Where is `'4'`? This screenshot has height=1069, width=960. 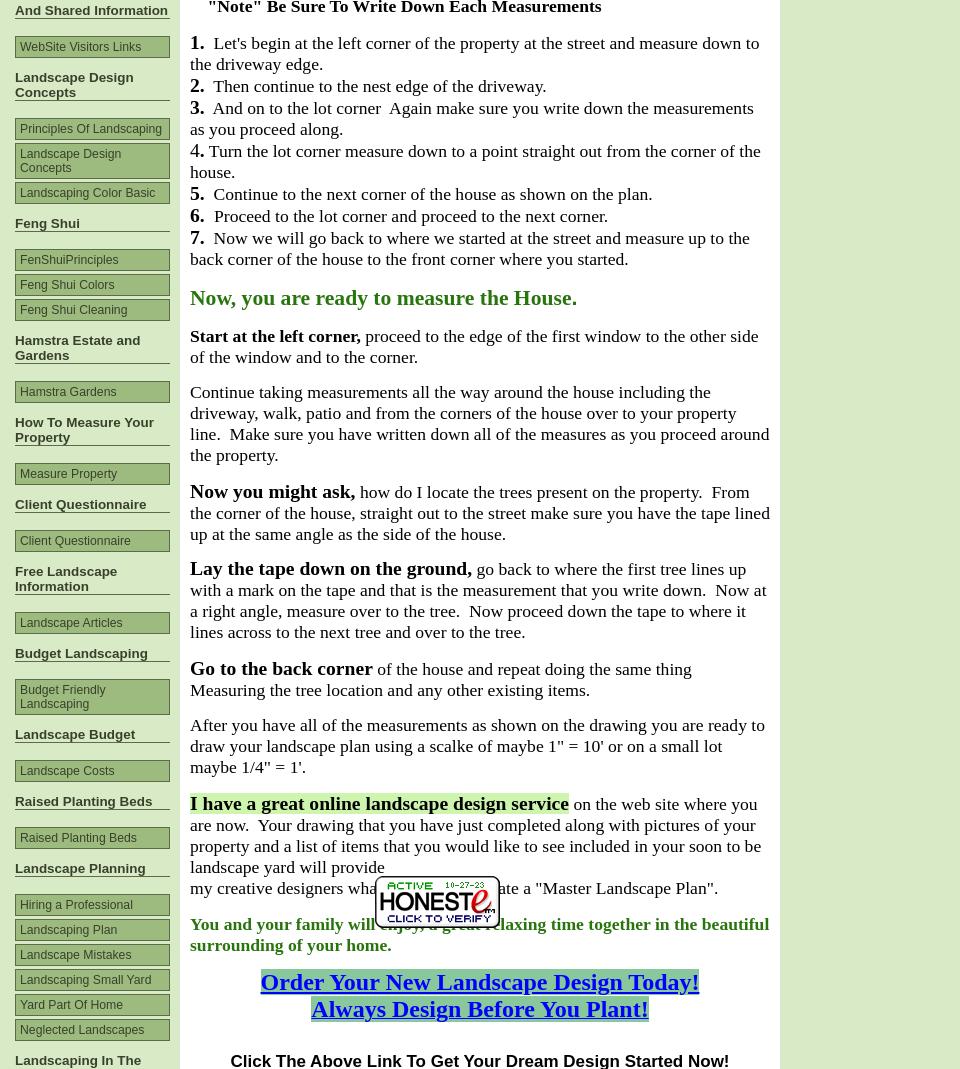 '4' is located at coordinates (194, 150).